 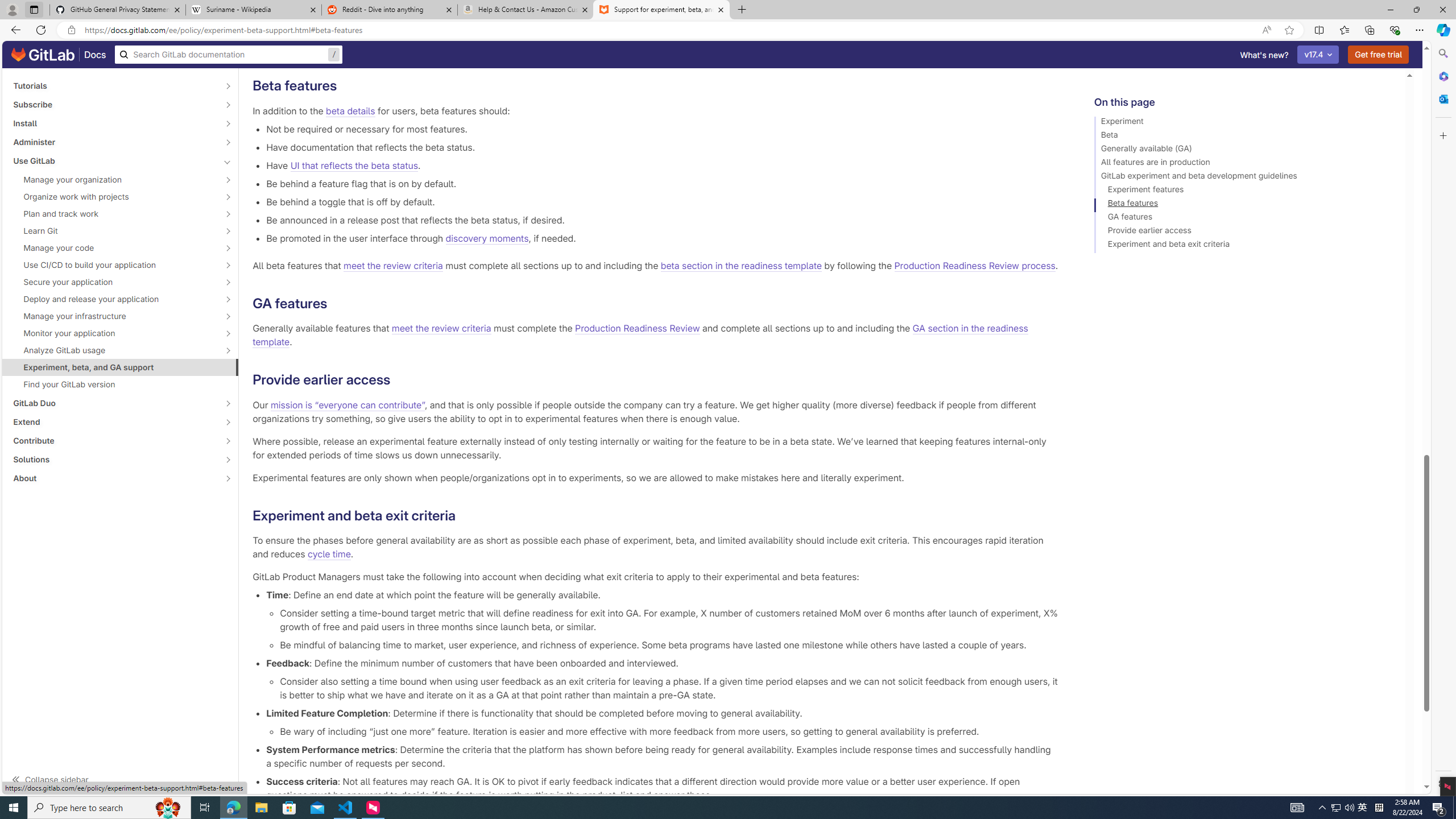 I want to click on 'Manage your organization', so click(x=113, y=179).